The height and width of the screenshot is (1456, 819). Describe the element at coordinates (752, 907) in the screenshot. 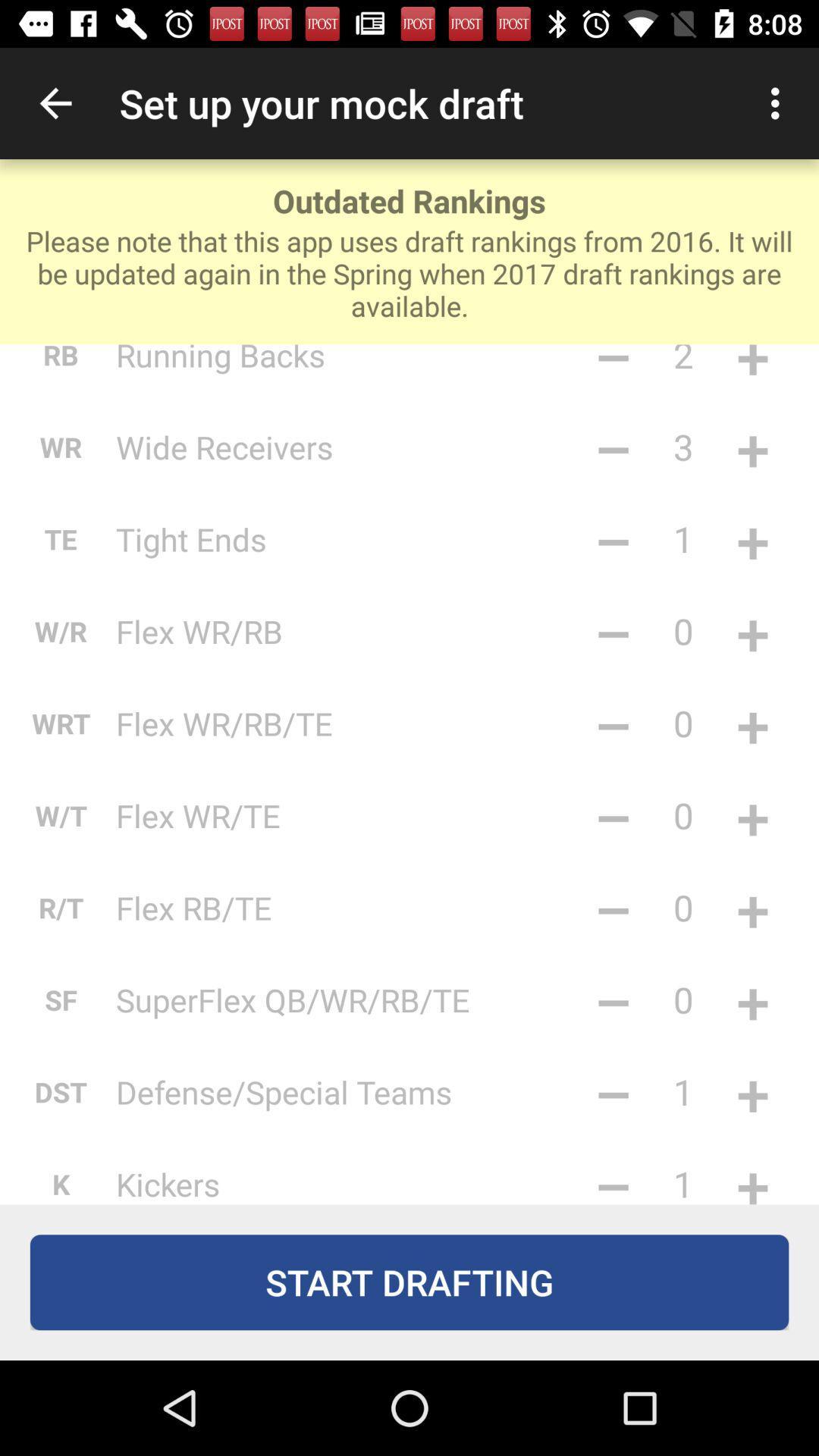

I see `the icon below the +` at that location.